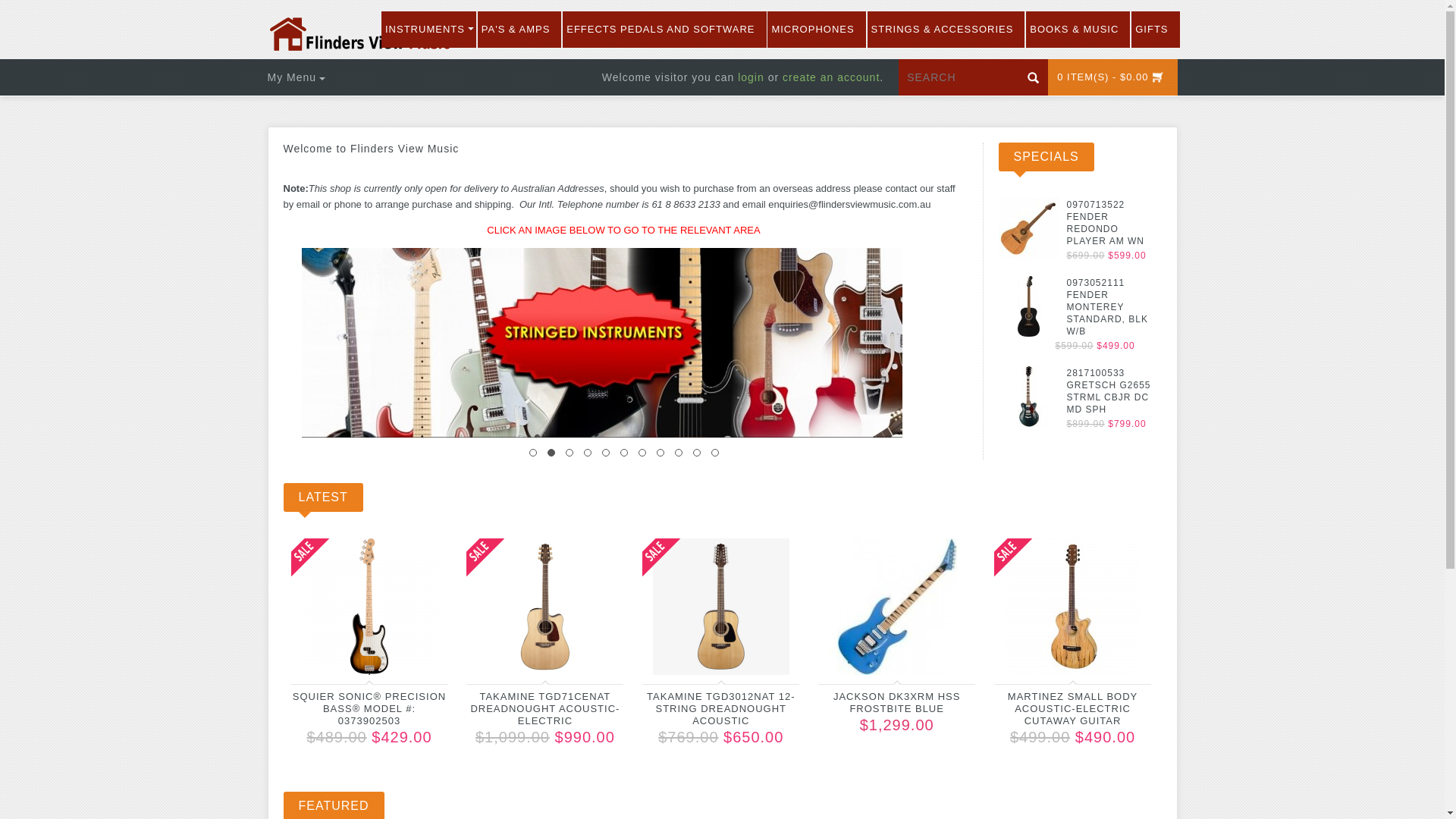 This screenshot has height=819, width=1456. Describe the element at coordinates (946, 29) in the screenshot. I see `'STRINGS & ACCESSORIES'` at that location.